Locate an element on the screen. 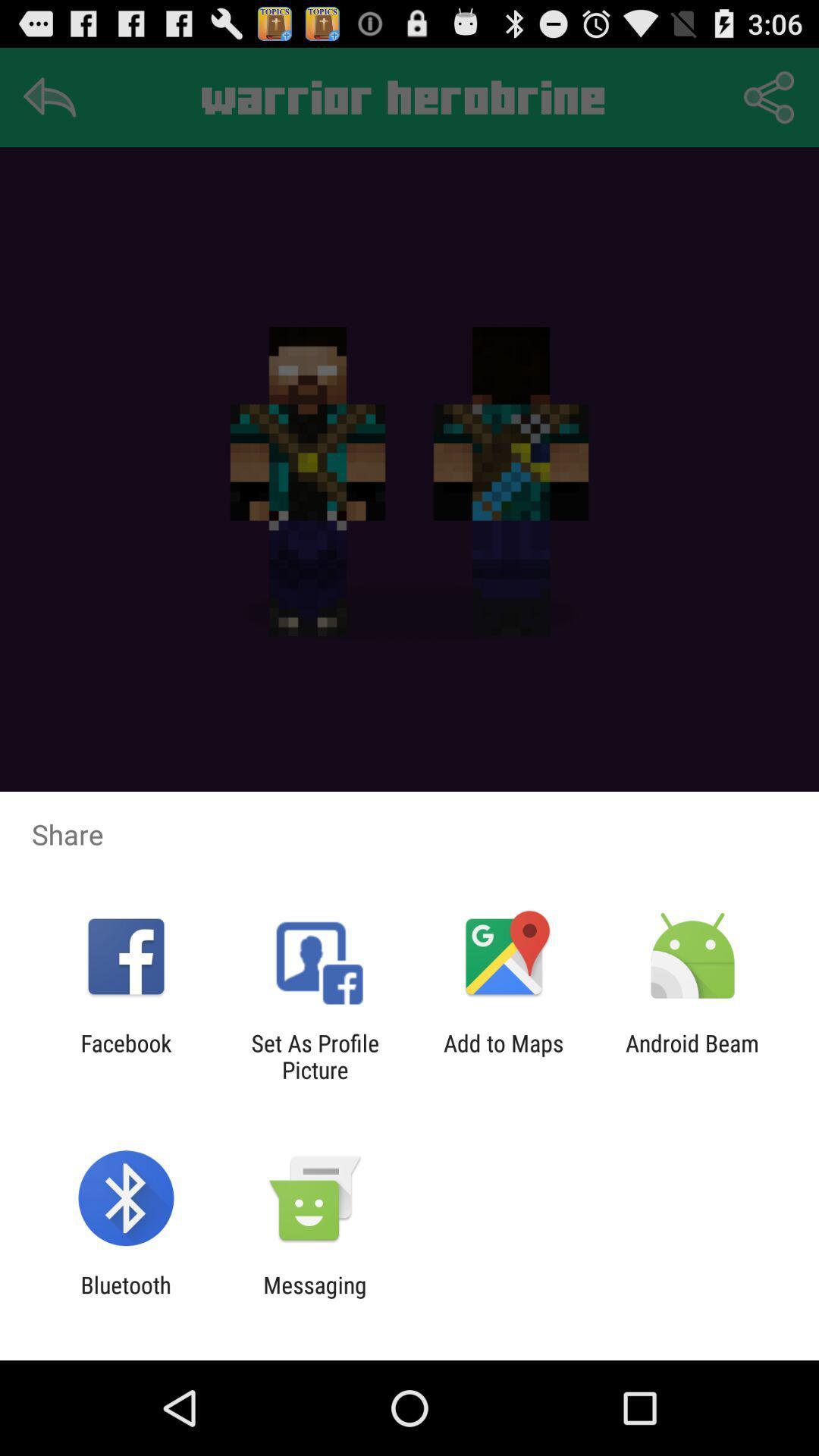 Image resolution: width=819 pixels, height=1456 pixels. the messaging is located at coordinates (314, 1298).